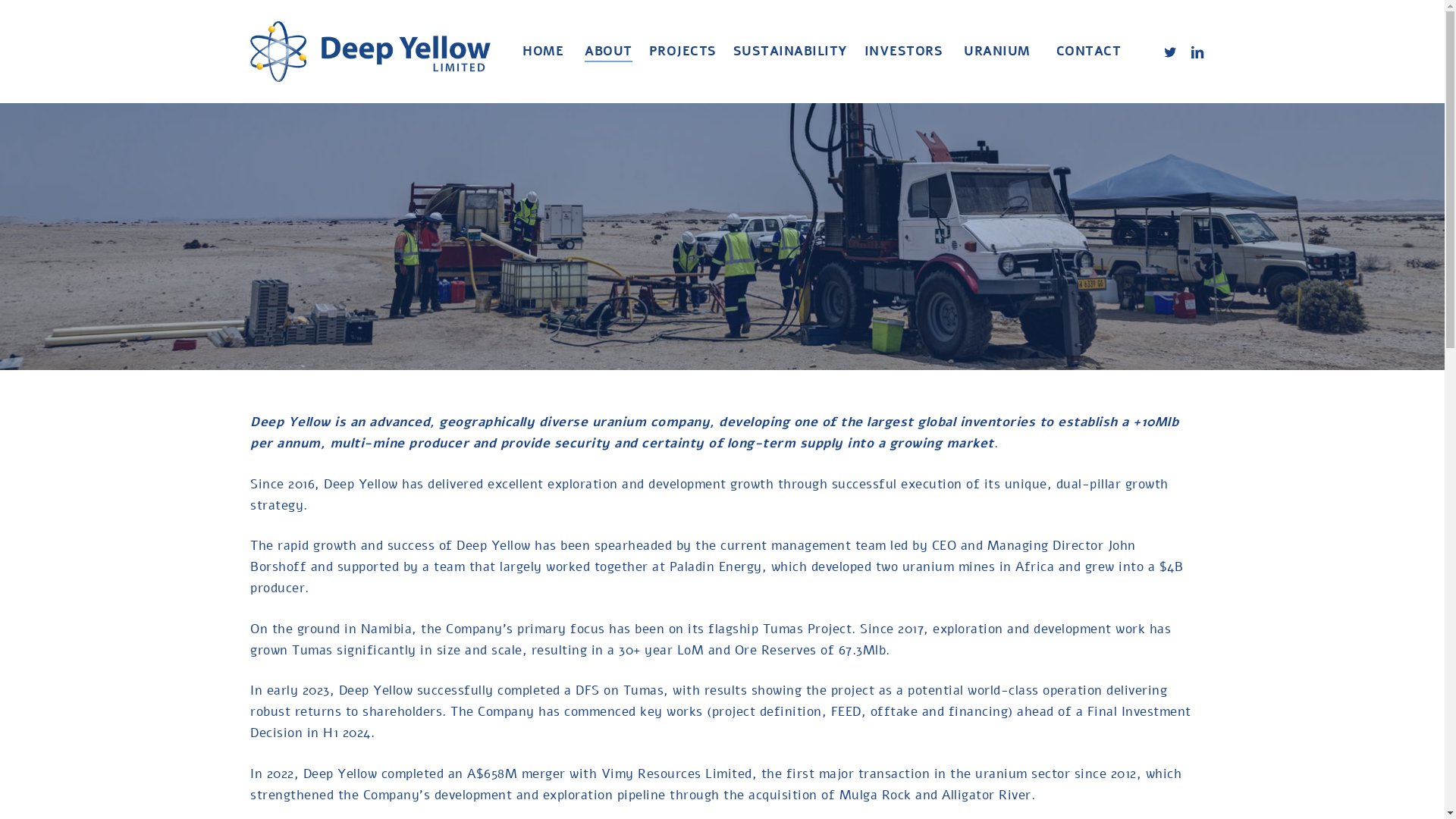 The width and height of the screenshot is (1456, 819). What do you see at coordinates (608, 51) in the screenshot?
I see `'ABOUT'` at bounding box center [608, 51].